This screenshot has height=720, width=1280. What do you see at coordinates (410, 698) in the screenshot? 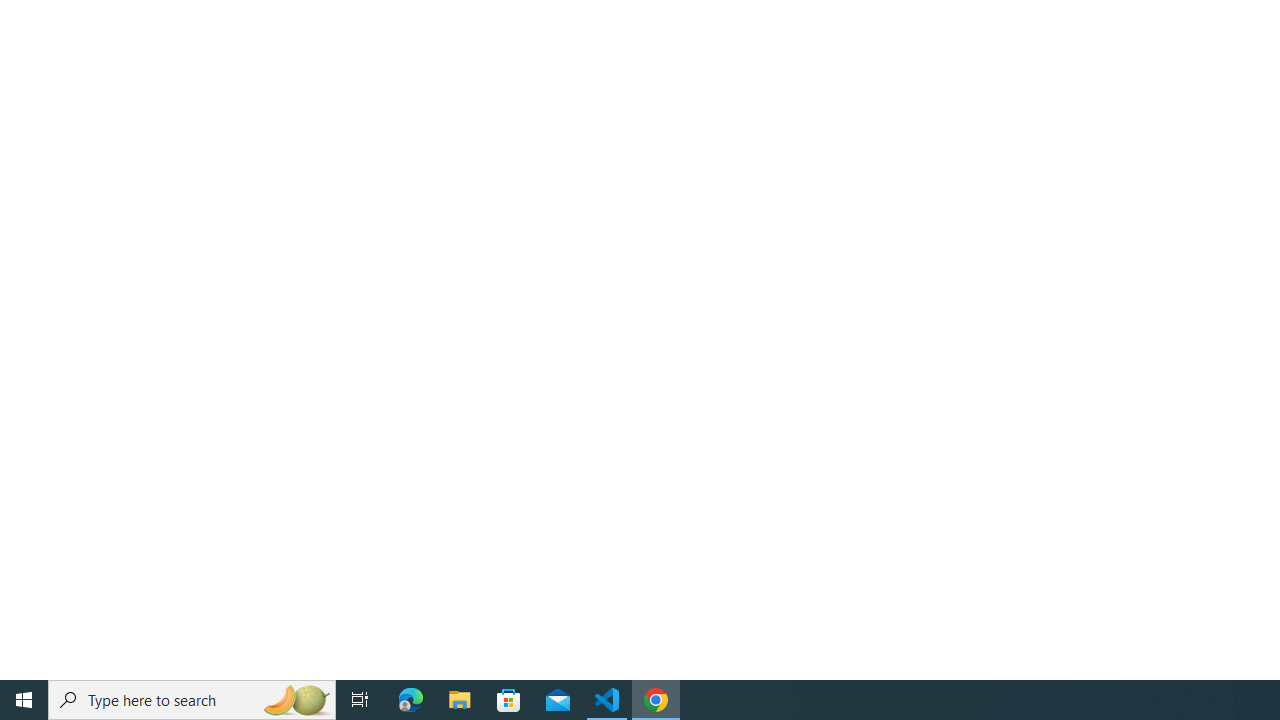
I see `'Microsoft Edge'` at bounding box center [410, 698].